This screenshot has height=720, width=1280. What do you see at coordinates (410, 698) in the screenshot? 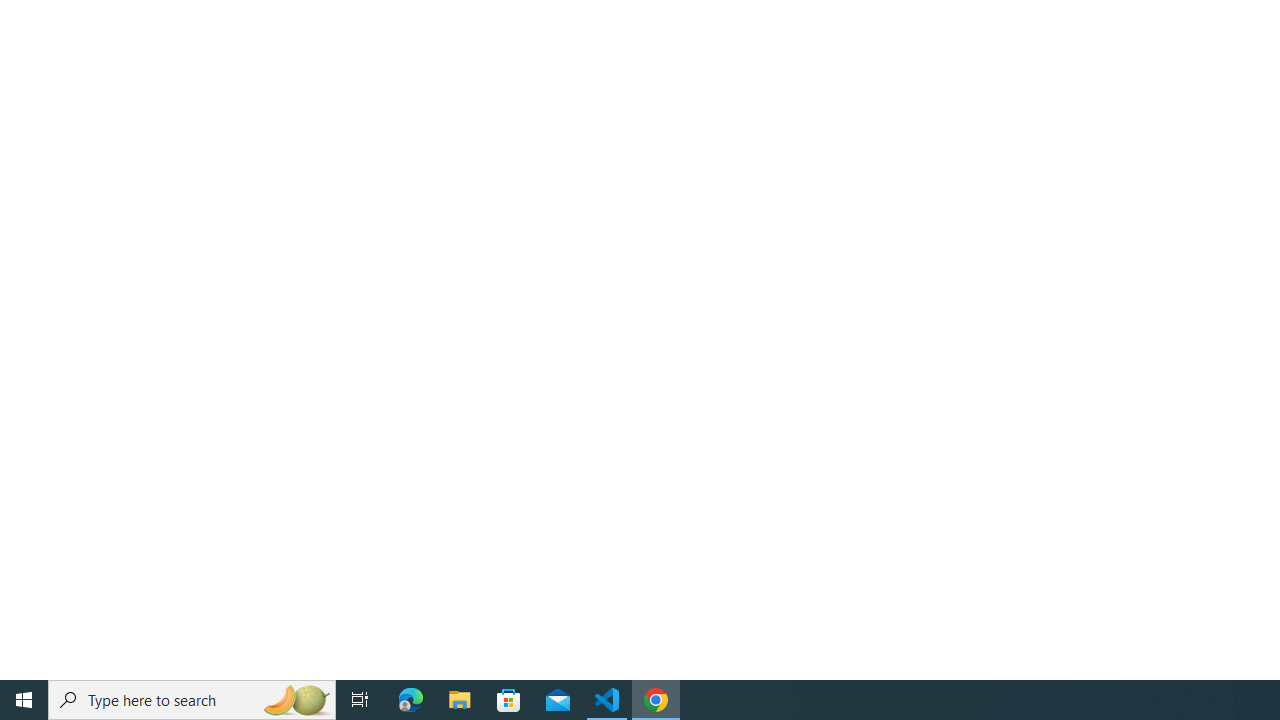
I see `'Microsoft Edge'` at bounding box center [410, 698].